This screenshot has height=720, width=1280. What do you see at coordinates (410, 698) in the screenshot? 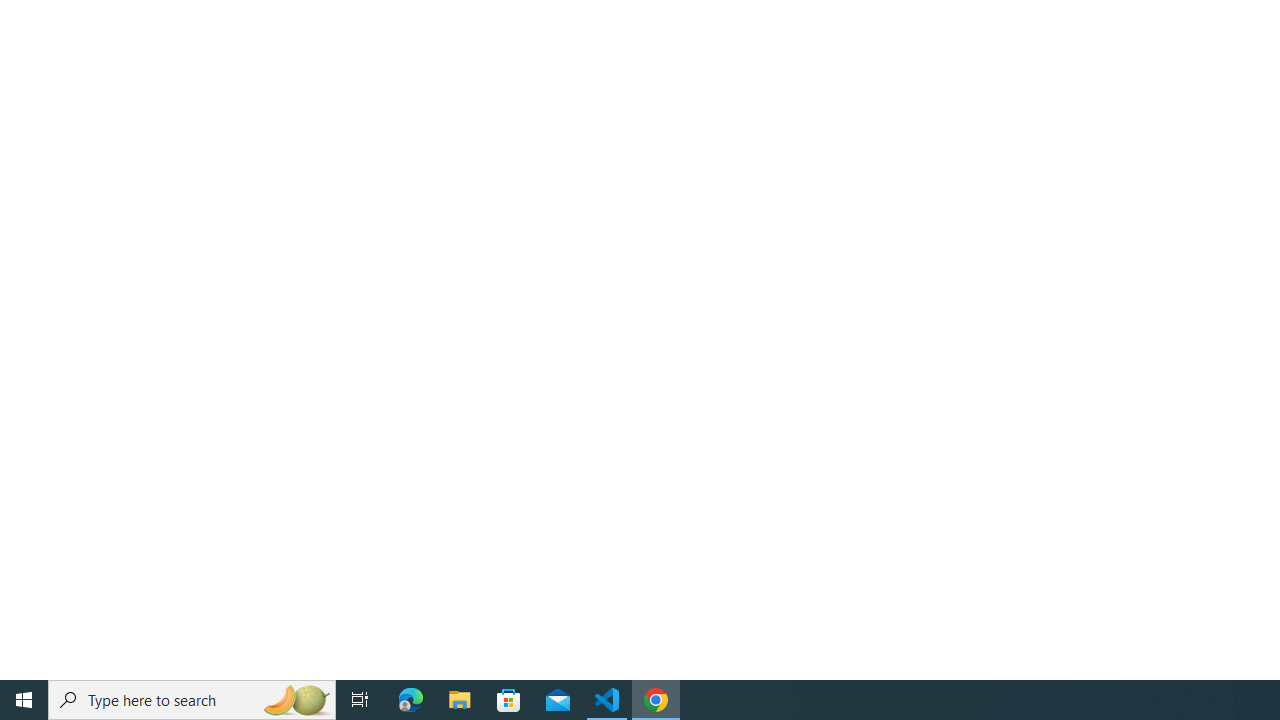
I see `'Microsoft Edge'` at bounding box center [410, 698].